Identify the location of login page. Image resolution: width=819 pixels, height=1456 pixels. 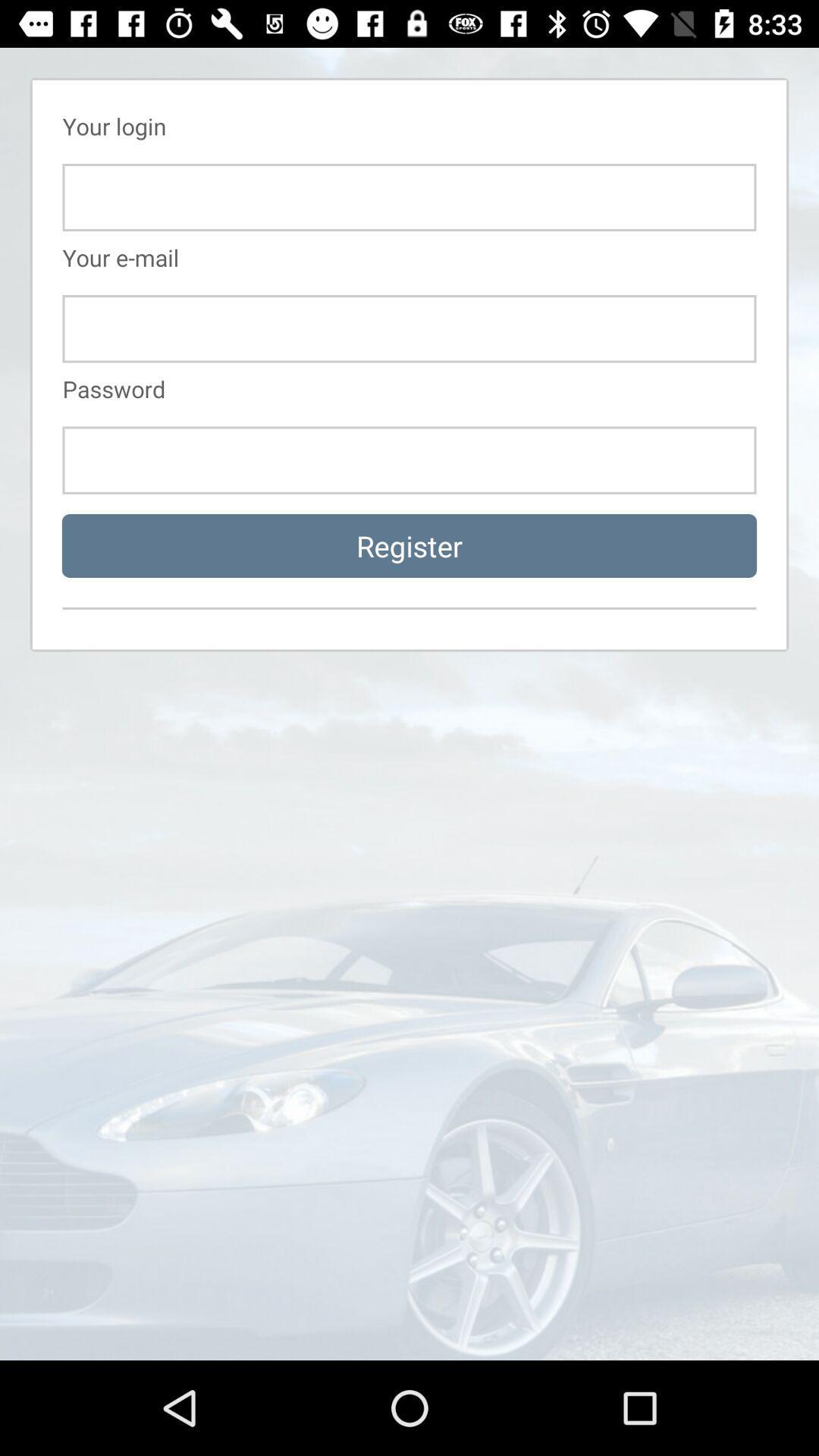
(409, 460).